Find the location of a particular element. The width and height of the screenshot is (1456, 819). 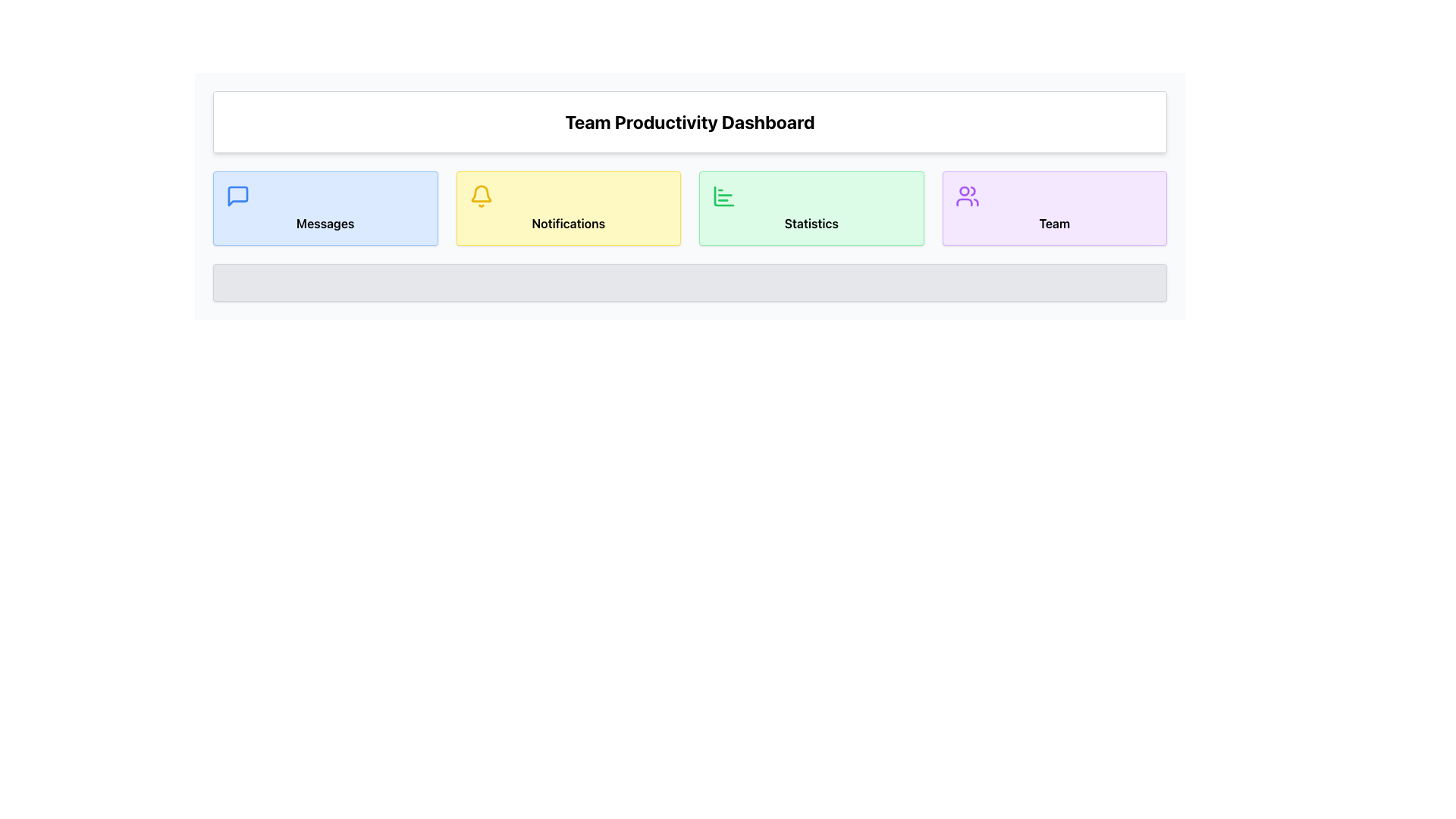

the purple-colored icon representing a group of people, which is located on the top-left side of the 'Team' card in the 'Team Productivity Dashboard' is located at coordinates (966, 195).